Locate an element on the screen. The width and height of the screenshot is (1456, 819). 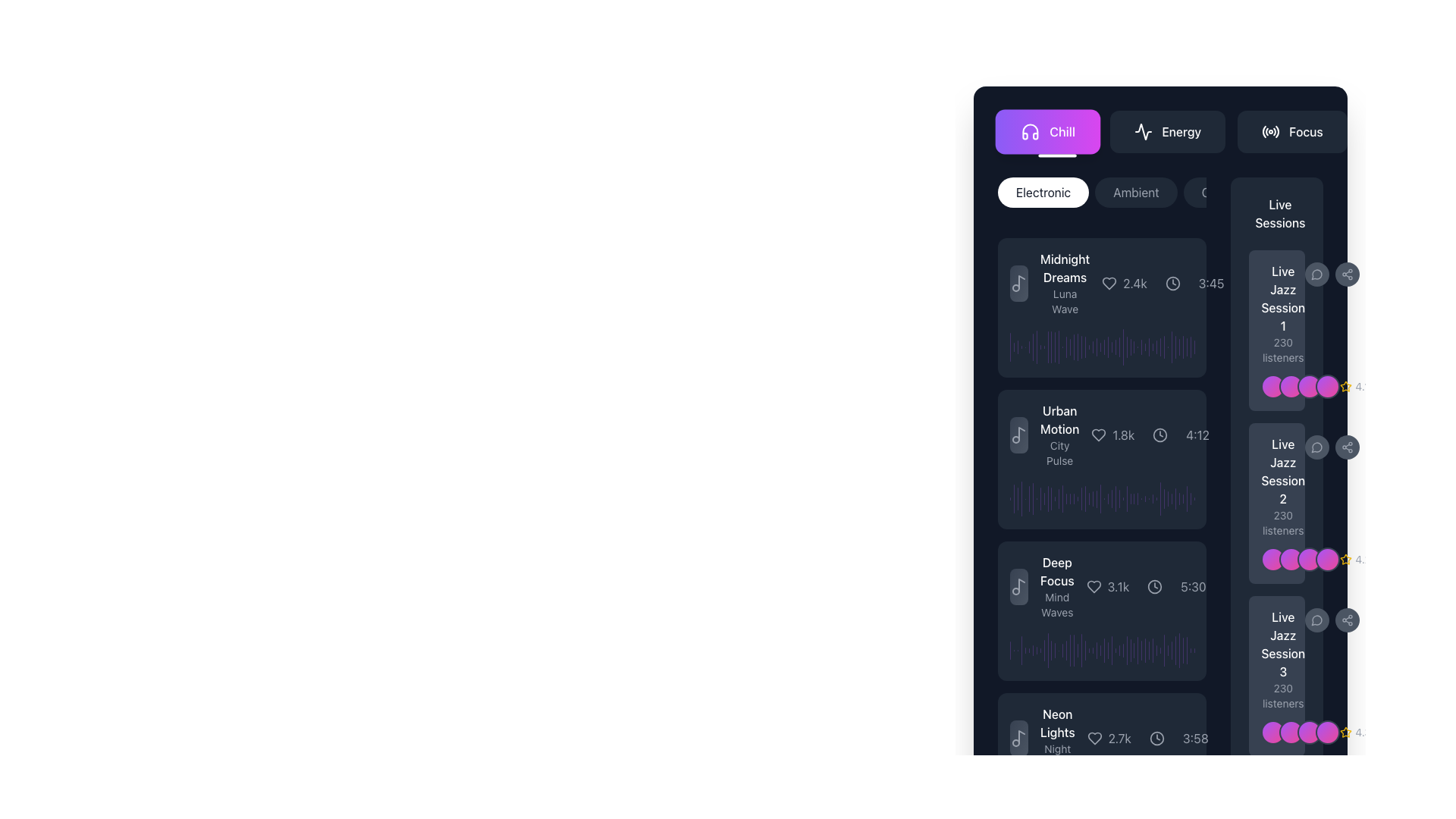
the informational text block describing the session located in the 'Live Sessions' section is located at coordinates (1276, 312).